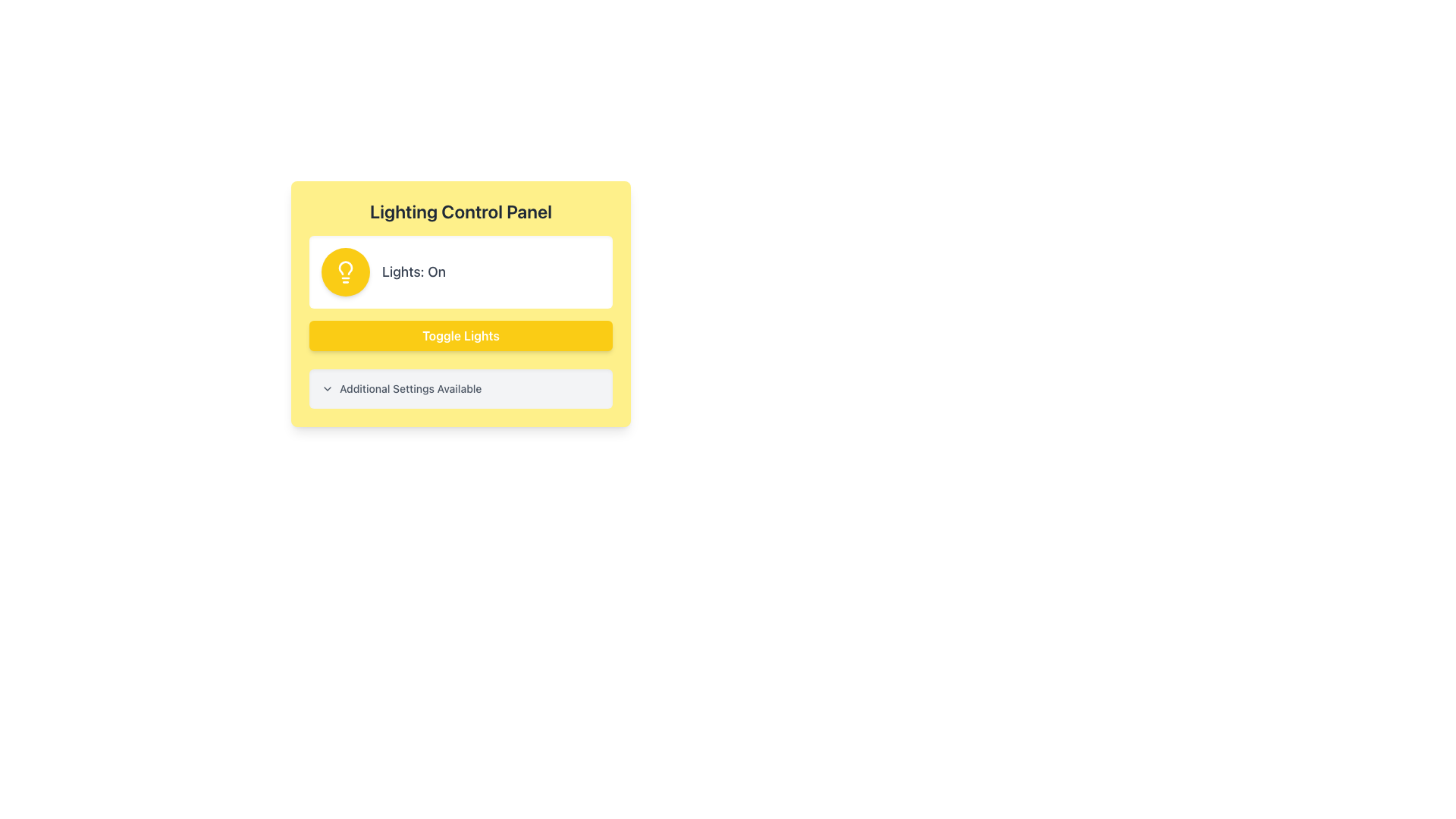 This screenshot has height=819, width=1456. What do you see at coordinates (460, 388) in the screenshot?
I see `information from the Informational Label with Icon that states 'Additional Settings Available', which is located below the 'Toggle Lights' button in the Lighting Control Panel` at bounding box center [460, 388].